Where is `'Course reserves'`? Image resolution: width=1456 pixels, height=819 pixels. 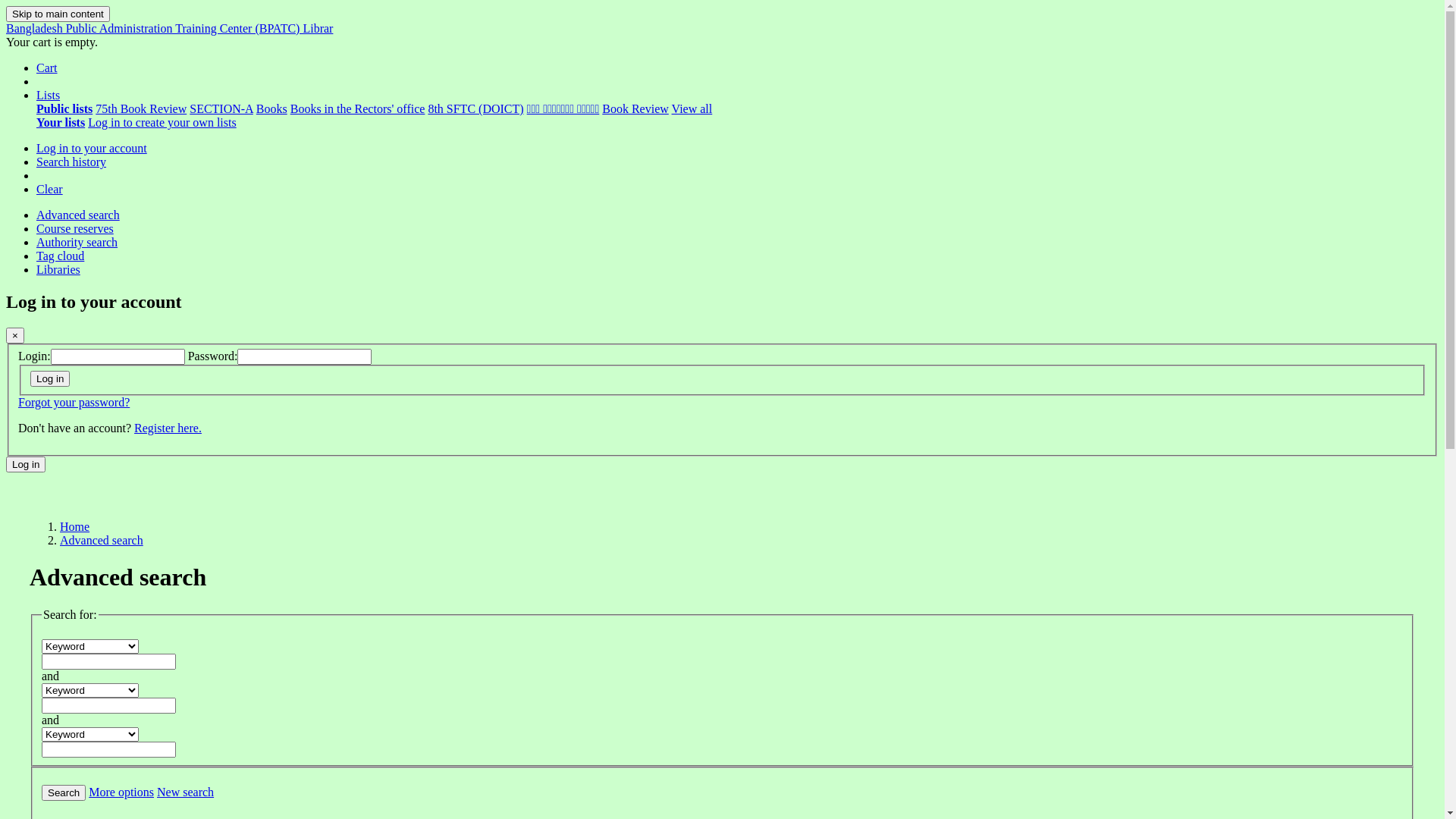 'Course reserves' is located at coordinates (74, 228).